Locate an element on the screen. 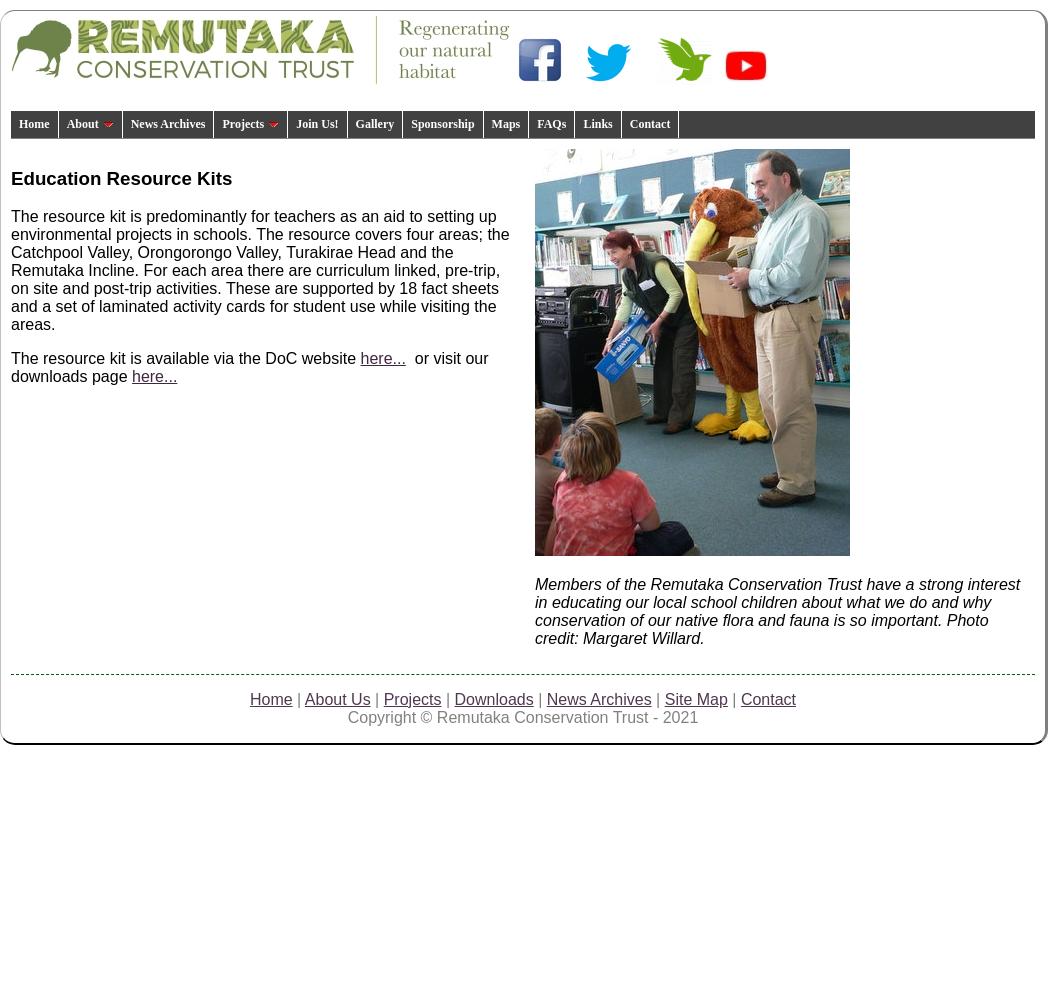 The height and width of the screenshot is (1000, 1048). 'The resource kit is predominantly for teachers as an aid to setting up 
		environmental projects in schools. The resource covers four areas; the Catchpool Valley, Orongorongo Valley, 
		Turakirae Head and the Remutaka Incline. For each area there are curriculum linked, pre-trip, on site and 
		post-trip activities. These are supported by 18 fact sheets and a set of laminated activity cards 
		for student use while visiting the areas.' is located at coordinates (260, 270).